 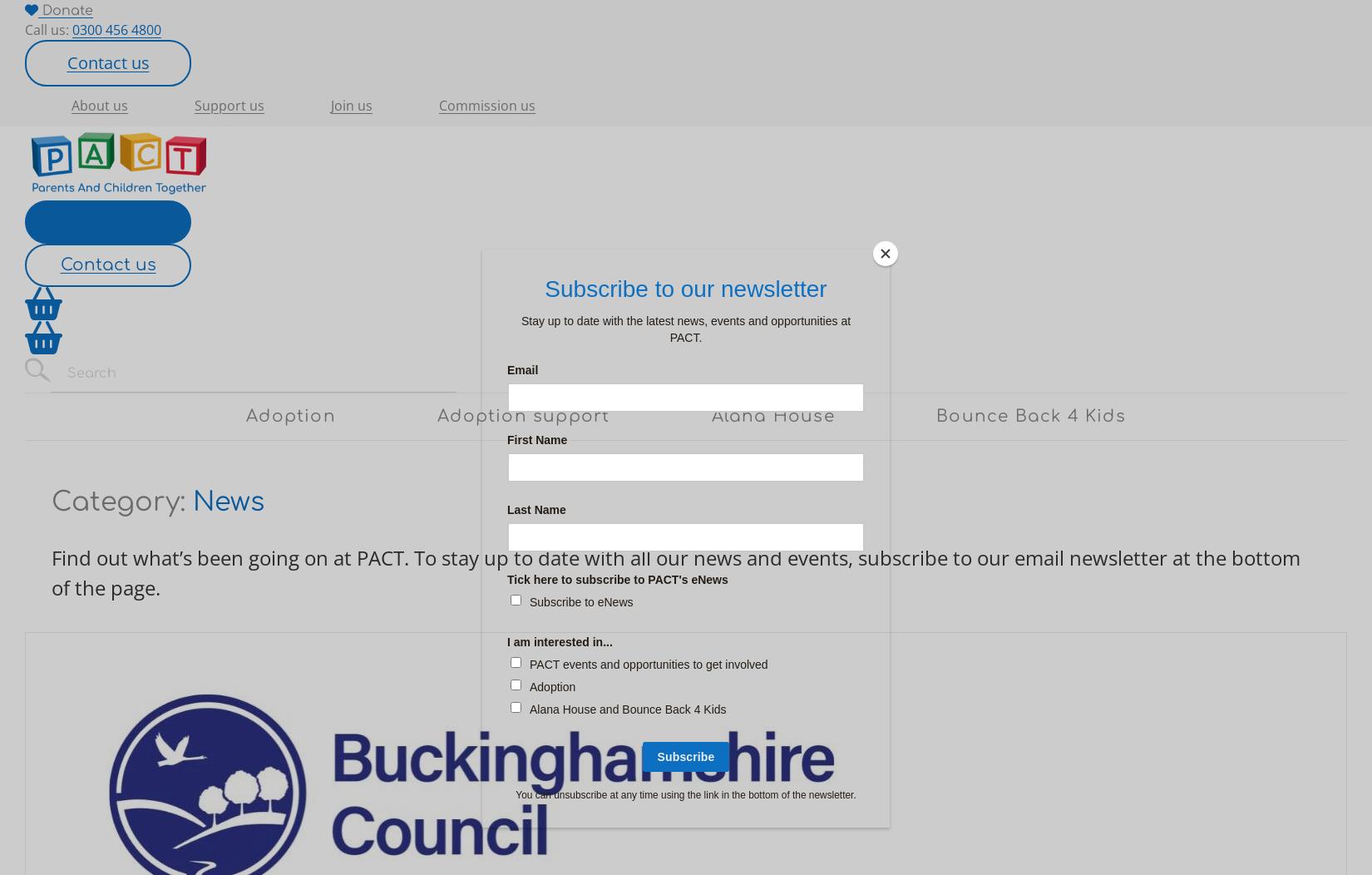 I want to click on 'Thanks!', so click(x=85, y=221).